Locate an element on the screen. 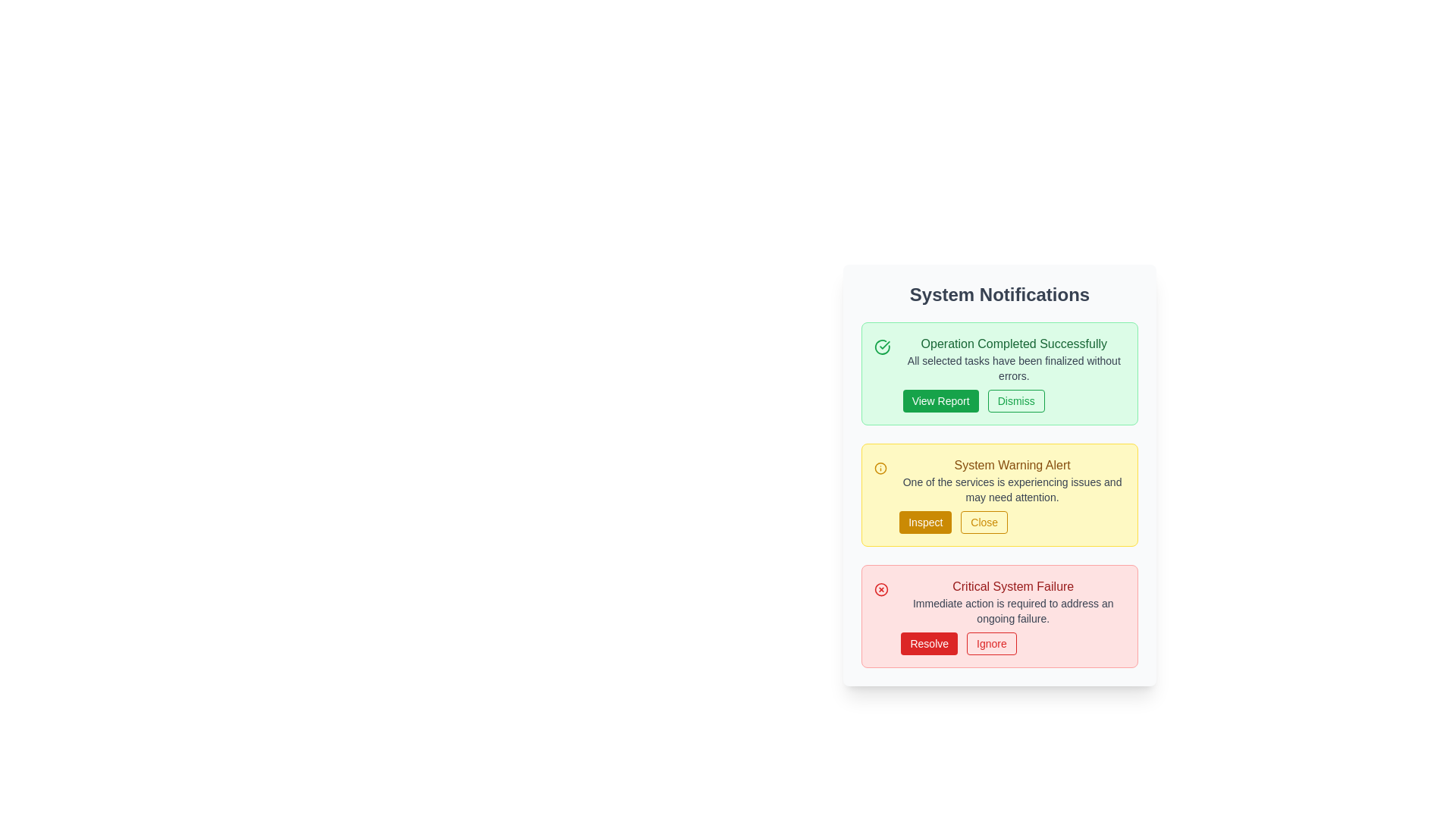  the text label providing detailed explanation about the associated warning alert, located below the 'System Warning Alert' heading and above the action buttons 'Inspect' and 'Close' is located at coordinates (1012, 489).